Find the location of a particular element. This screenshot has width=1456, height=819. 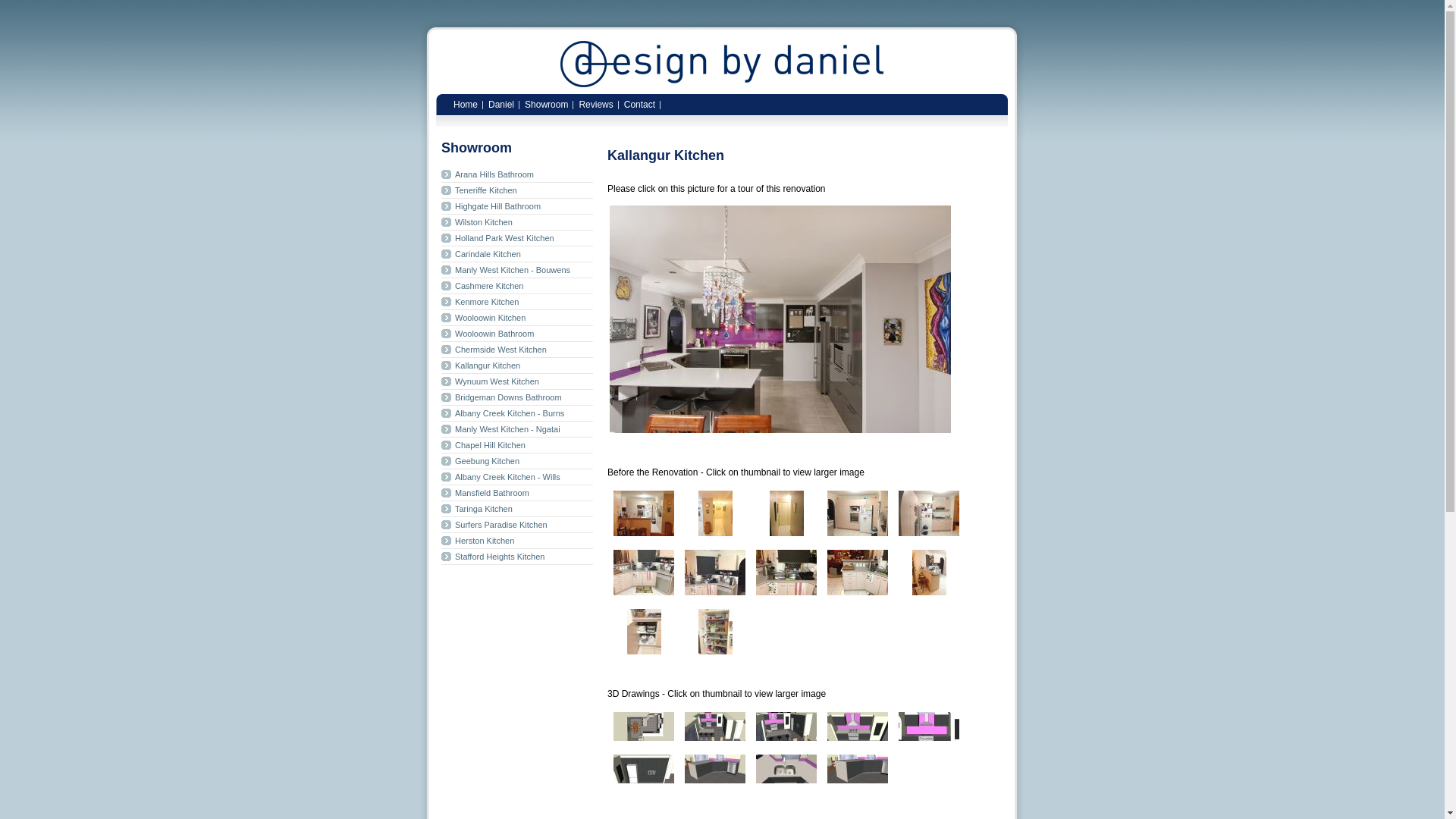

'Stafford Heights Kitchen' is located at coordinates (516, 557).